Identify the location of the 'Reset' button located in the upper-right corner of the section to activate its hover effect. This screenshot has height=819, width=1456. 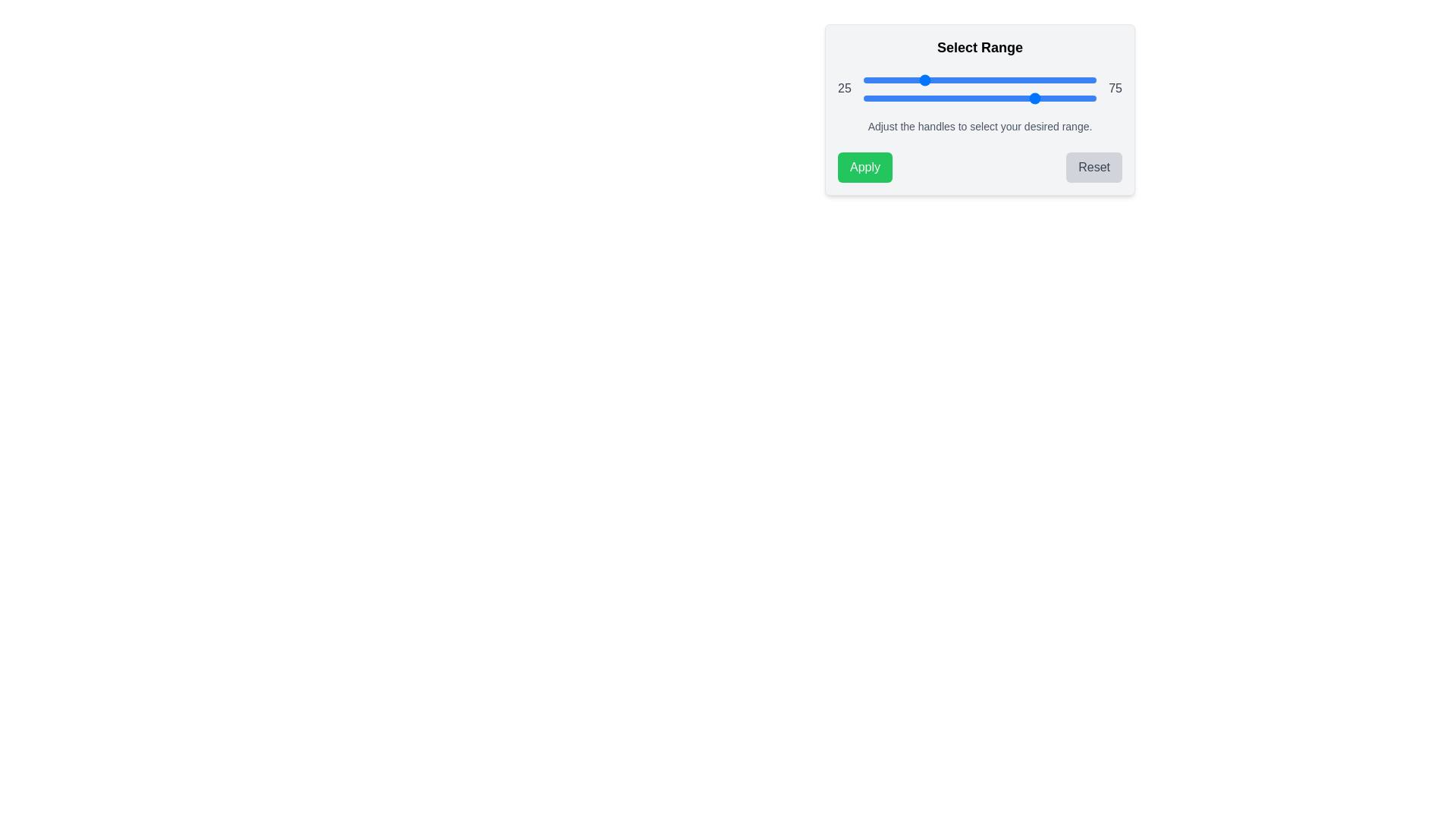
(1094, 167).